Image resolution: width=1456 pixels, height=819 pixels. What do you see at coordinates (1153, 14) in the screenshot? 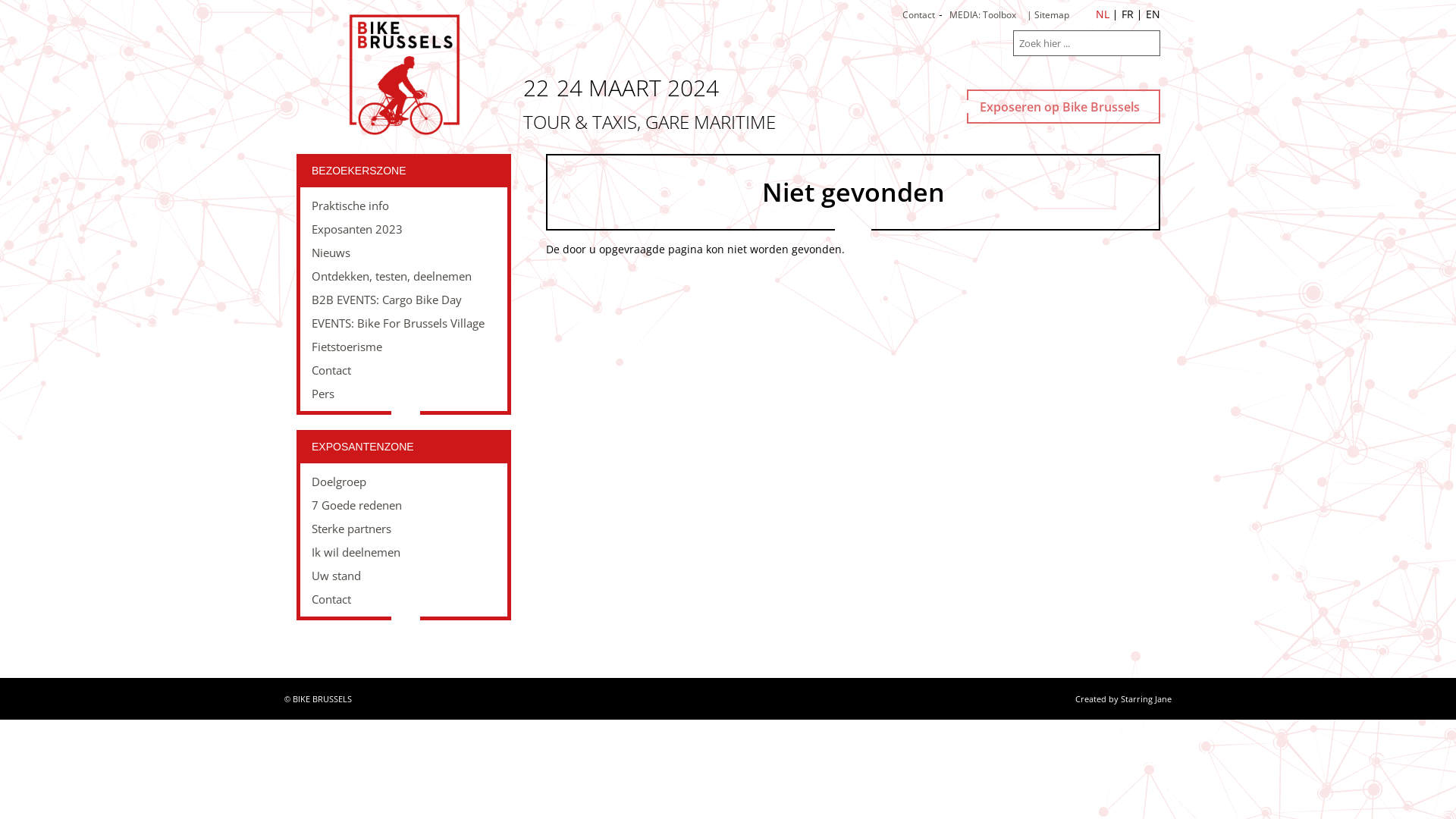
I see `'EN'` at bounding box center [1153, 14].